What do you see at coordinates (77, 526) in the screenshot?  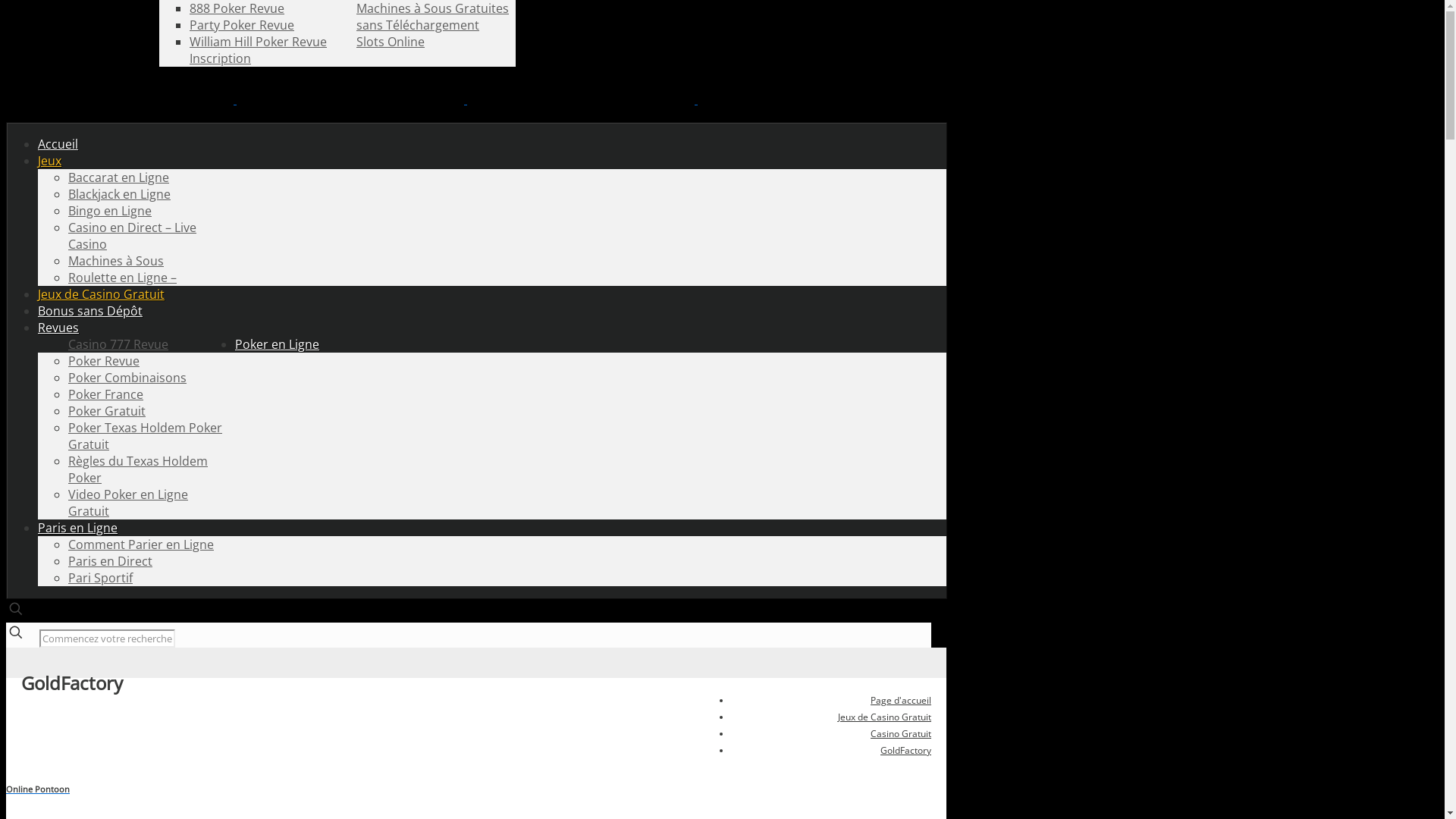 I see `'Paris en Ligne'` at bounding box center [77, 526].